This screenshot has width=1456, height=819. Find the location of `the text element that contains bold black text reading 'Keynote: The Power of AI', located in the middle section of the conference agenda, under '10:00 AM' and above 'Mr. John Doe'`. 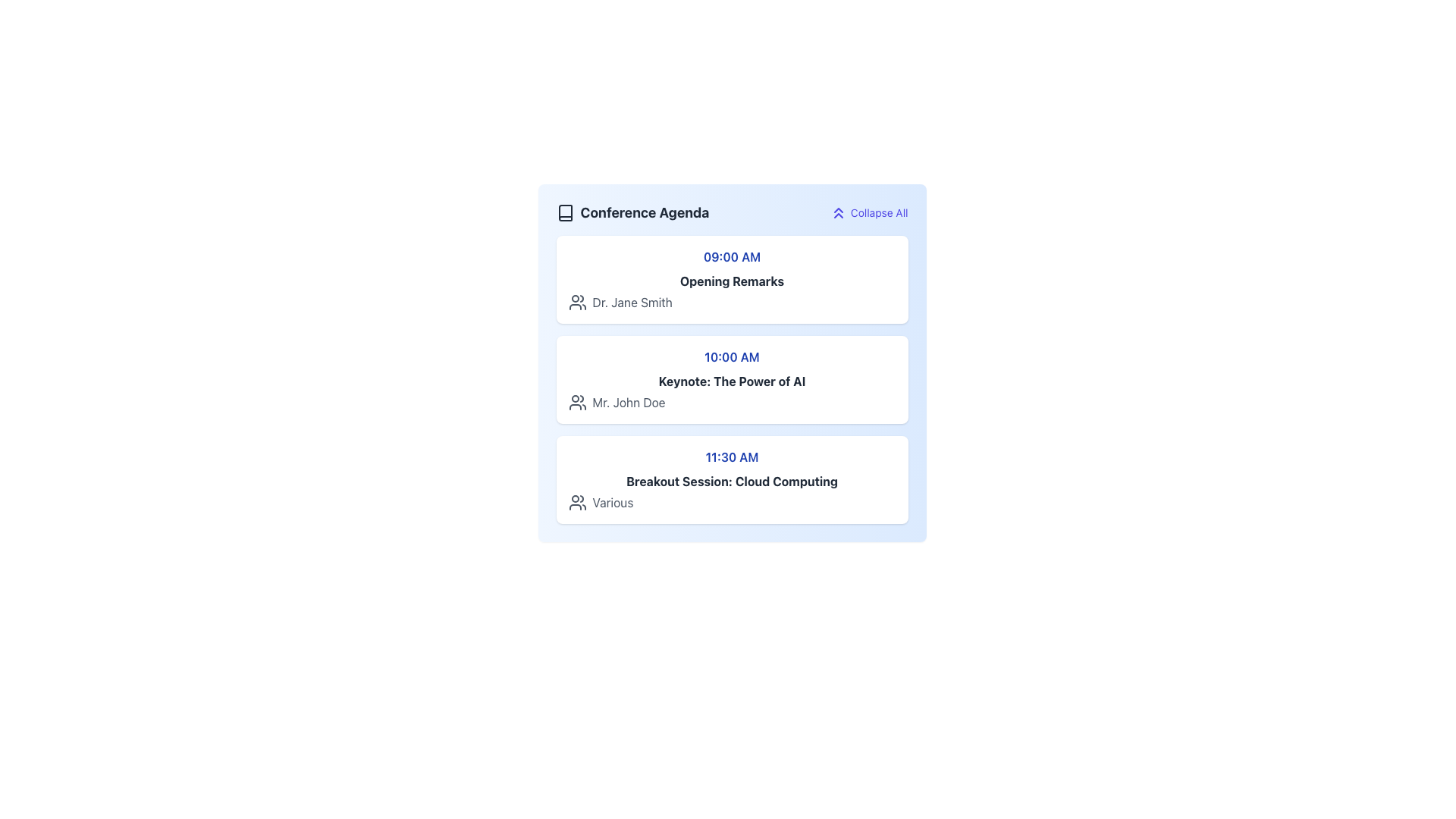

the text element that contains bold black text reading 'Keynote: The Power of AI', located in the middle section of the conference agenda, under '10:00 AM' and above 'Mr. John Doe' is located at coordinates (732, 380).